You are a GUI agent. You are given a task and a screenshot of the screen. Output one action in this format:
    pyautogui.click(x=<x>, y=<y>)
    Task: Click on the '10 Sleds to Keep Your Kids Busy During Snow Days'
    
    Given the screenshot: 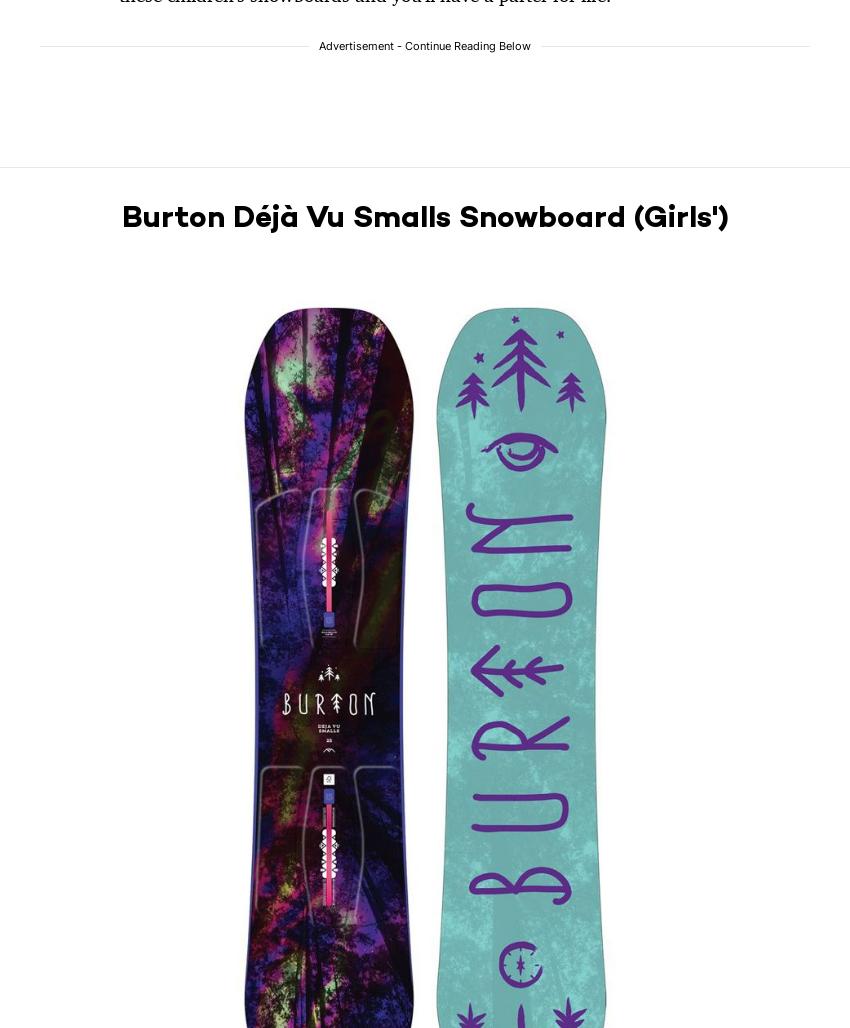 What is the action you would take?
    pyautogui.click(x=321, y=516)
    